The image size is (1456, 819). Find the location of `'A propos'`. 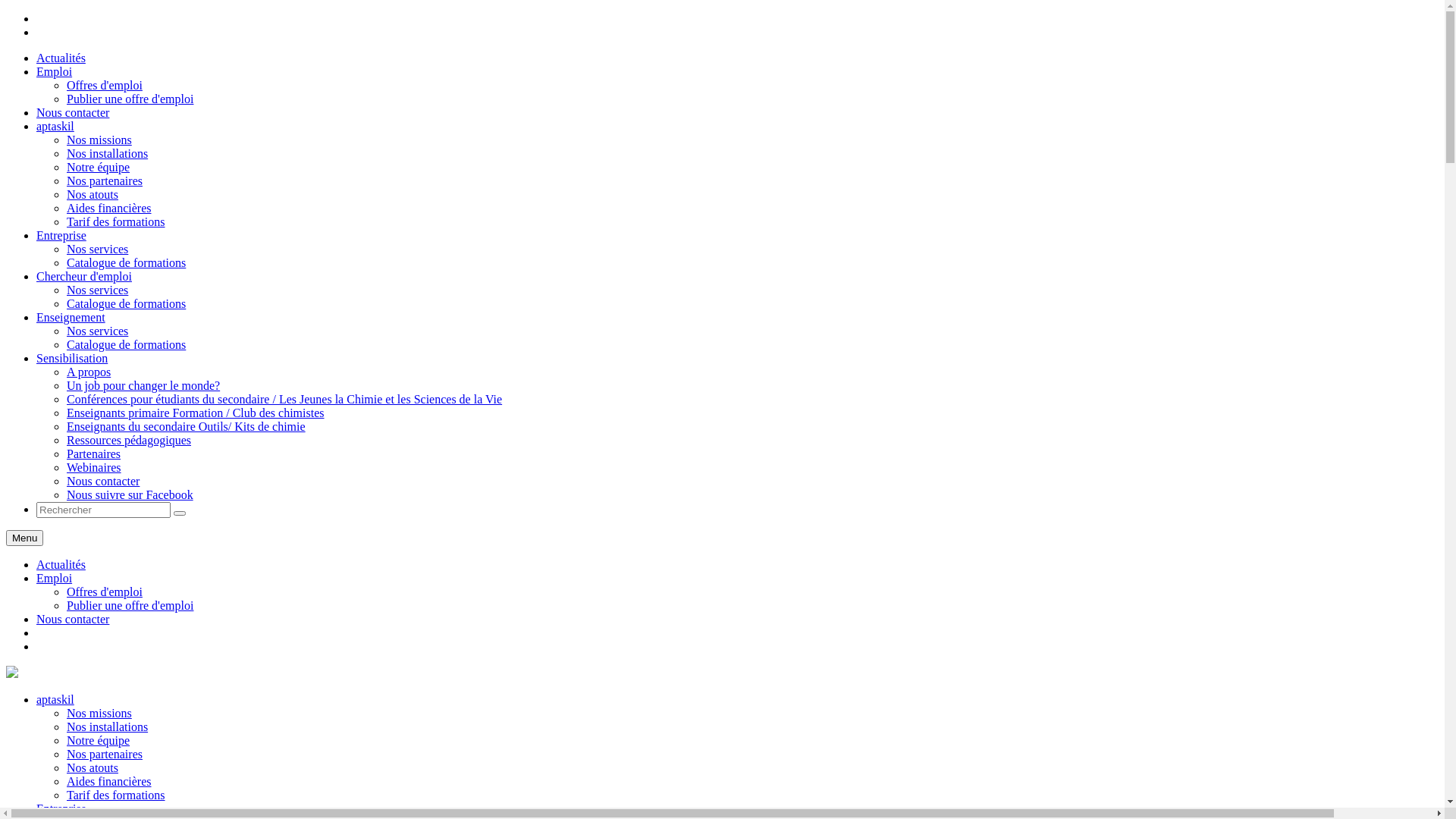

'A propos' is located at coordinates (87, 372).